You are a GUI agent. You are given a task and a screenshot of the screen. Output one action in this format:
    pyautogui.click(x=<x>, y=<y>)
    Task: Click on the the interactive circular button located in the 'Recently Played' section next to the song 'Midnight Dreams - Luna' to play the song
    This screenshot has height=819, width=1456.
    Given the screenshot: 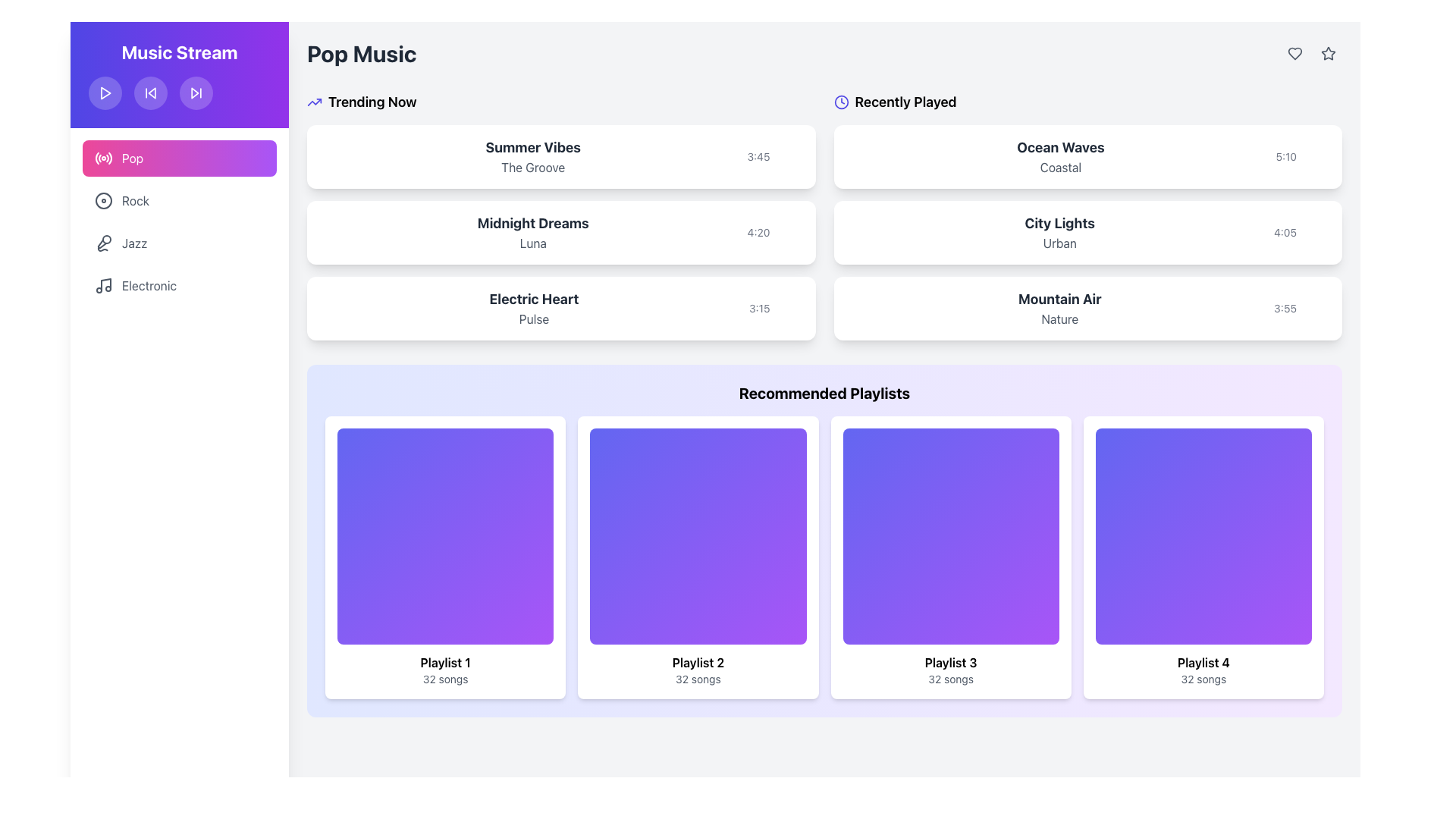 What is the action you would take?
    pyautogui.click(x=775, y=233)
    